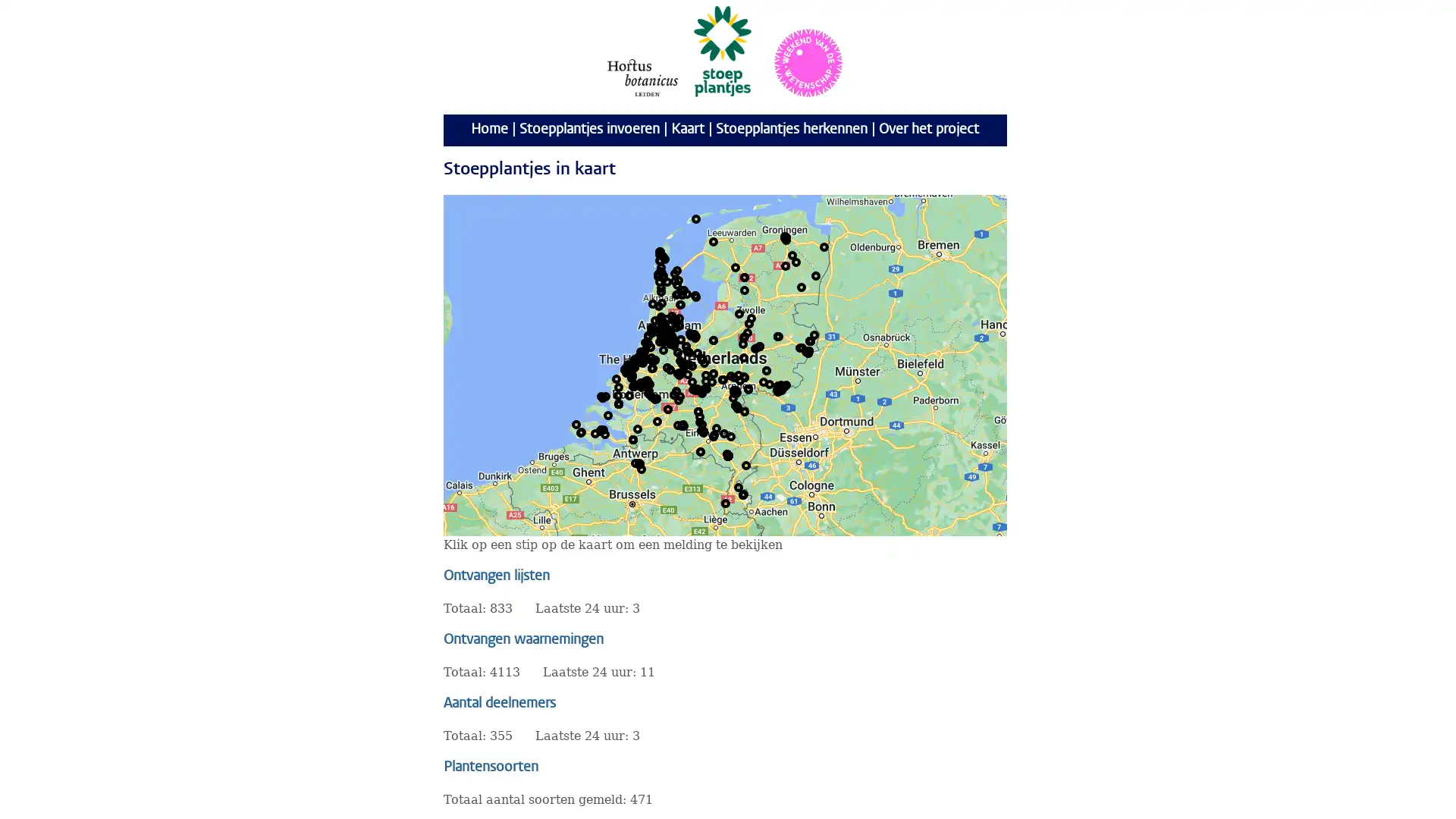 The width and height of the screenshot is (1456, 819). What do you see at coordinates (745, 376) in the screenshot?
I see `Telling van C. Van hoften op 05 november 2021` at bounding box center [745, 376].